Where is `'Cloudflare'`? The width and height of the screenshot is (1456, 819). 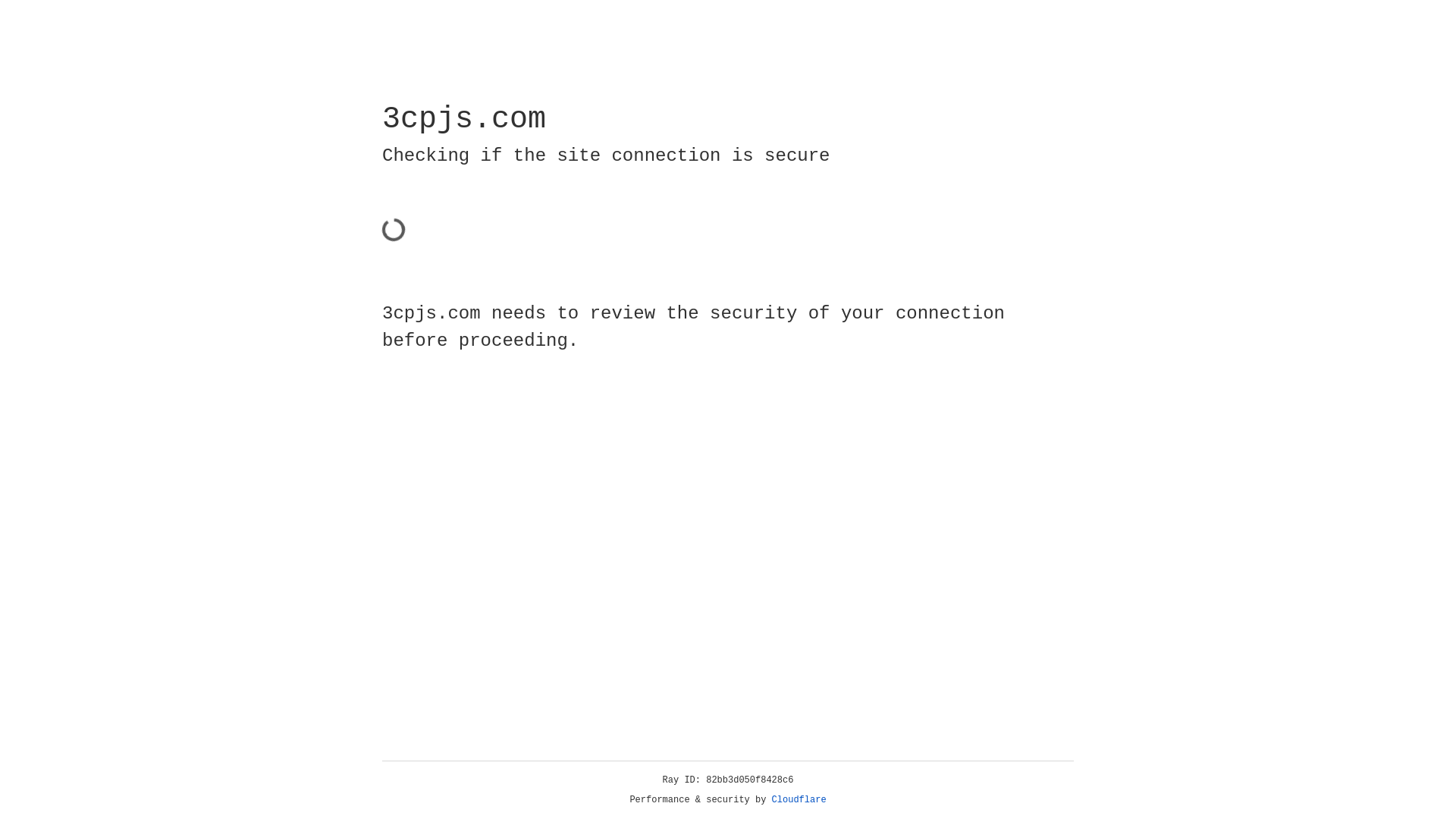 'Cloudflare' is located at coordinates (799, 799).